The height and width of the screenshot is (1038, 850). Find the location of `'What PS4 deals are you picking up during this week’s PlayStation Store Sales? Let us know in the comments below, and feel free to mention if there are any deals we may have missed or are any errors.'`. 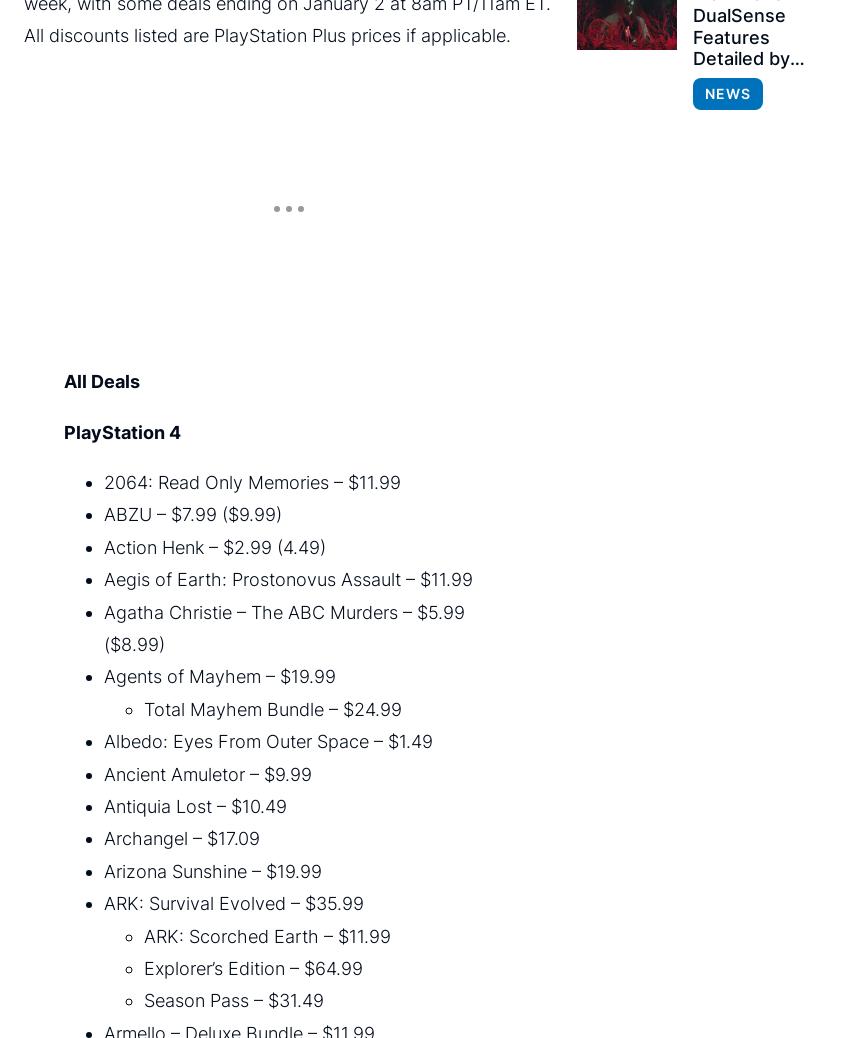

'What PS4 deals are you picking up during this week’s PlayStation Store Sales? Let us know in the comments below, and feel free to mention if there are any deals we may have missed or are any errors.' is located at coordinates (275, 815).